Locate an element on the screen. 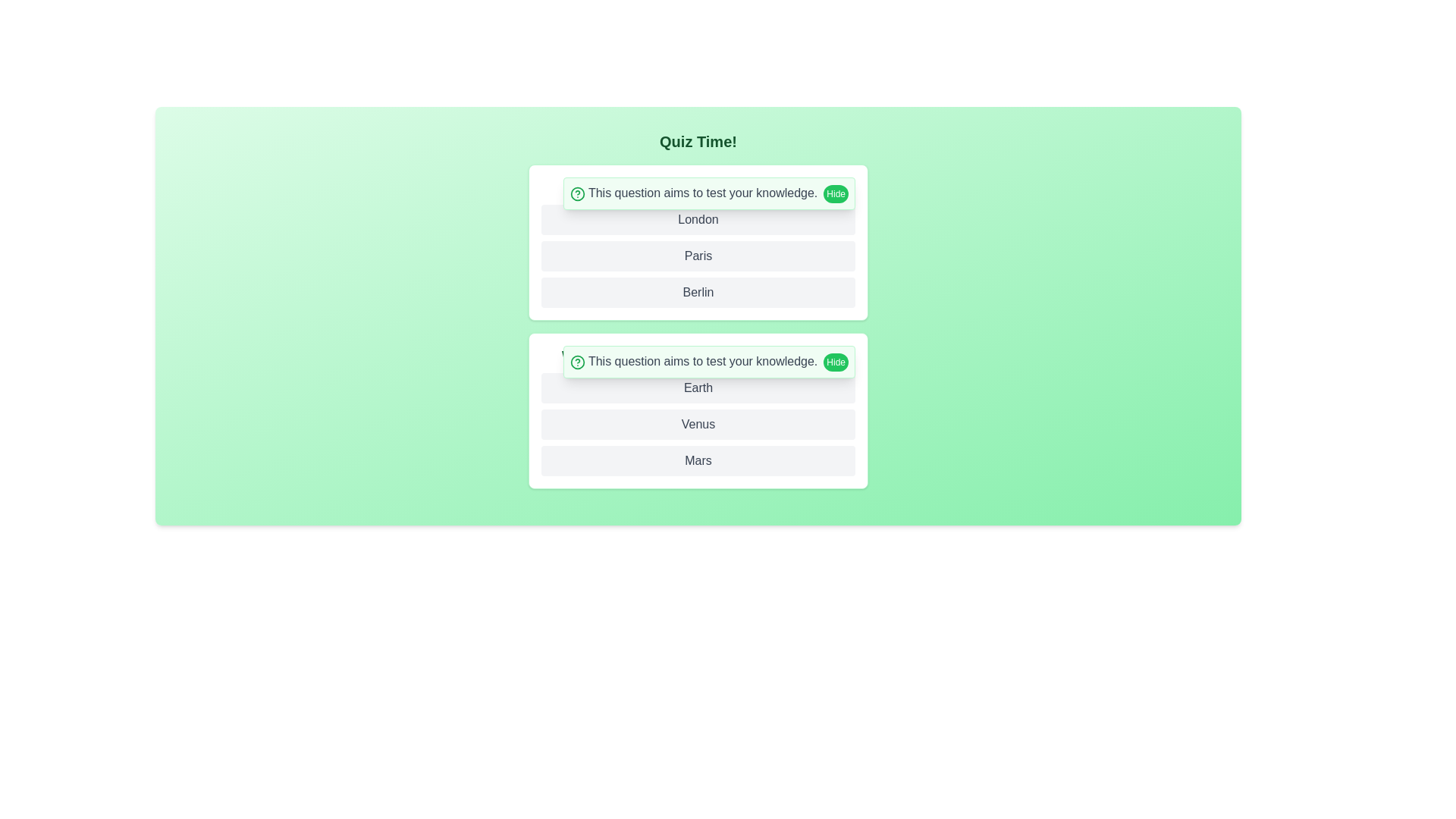  text of the informational header located at the top of the quiz card, which provides context about the quiz and includes a hide functionality is located at coordinates (708, 362).